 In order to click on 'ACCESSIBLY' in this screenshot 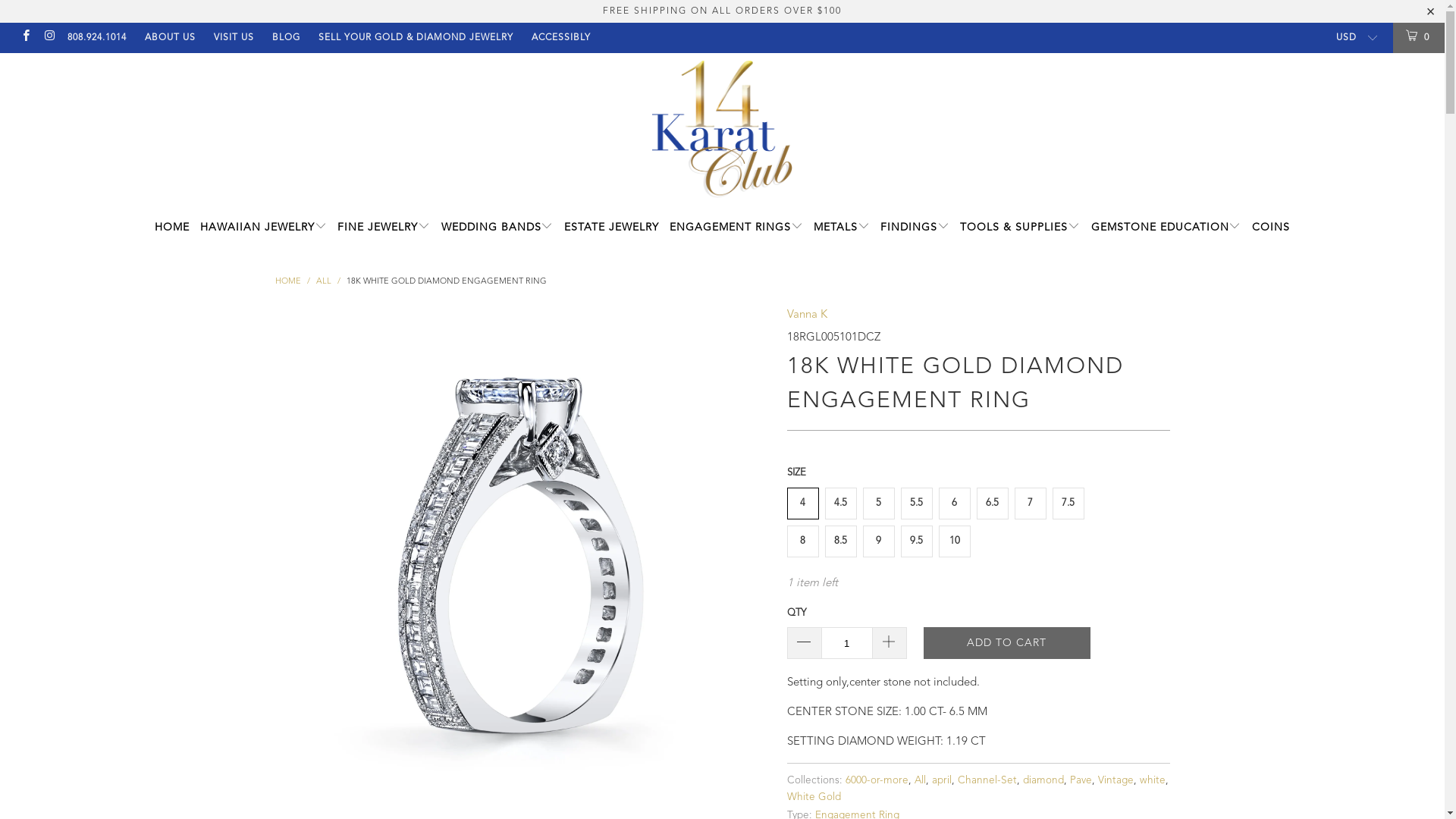, I will do `click(560, 37)`.